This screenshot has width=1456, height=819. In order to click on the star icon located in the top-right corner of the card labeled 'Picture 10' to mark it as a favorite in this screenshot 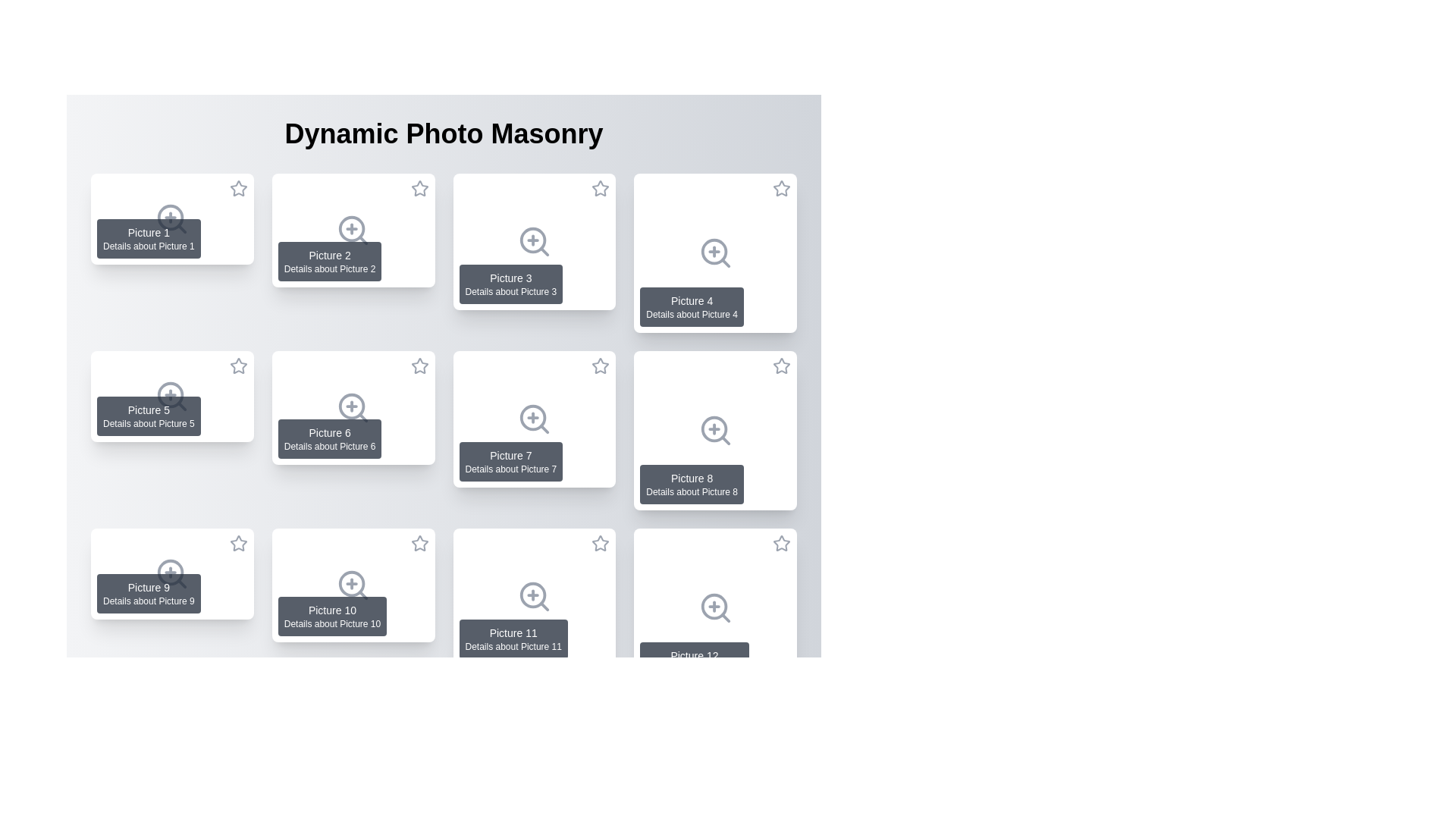, I will do `click(419, 543)`.